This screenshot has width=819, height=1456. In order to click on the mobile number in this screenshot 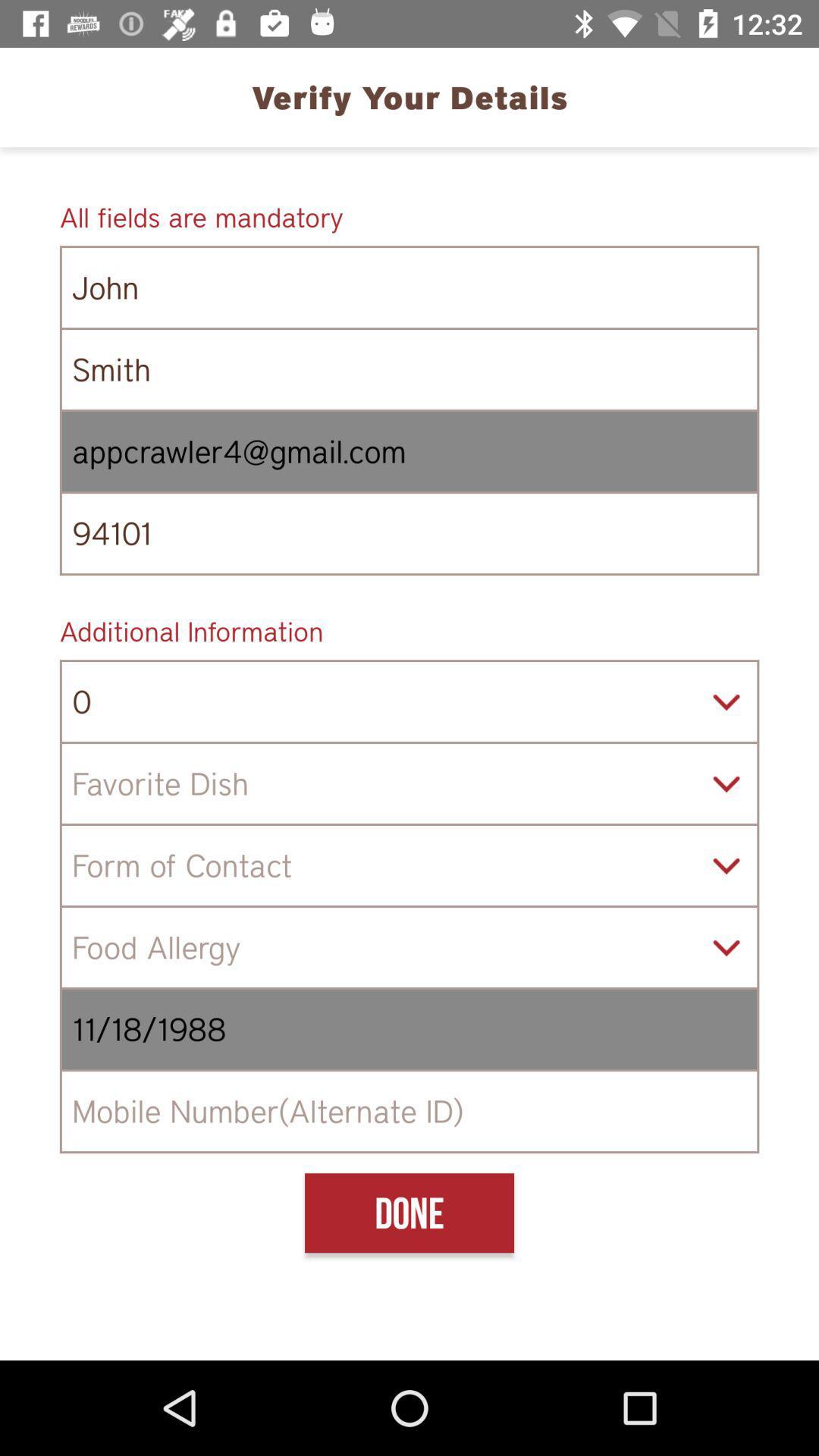, I will do `click(409, 1111)`.